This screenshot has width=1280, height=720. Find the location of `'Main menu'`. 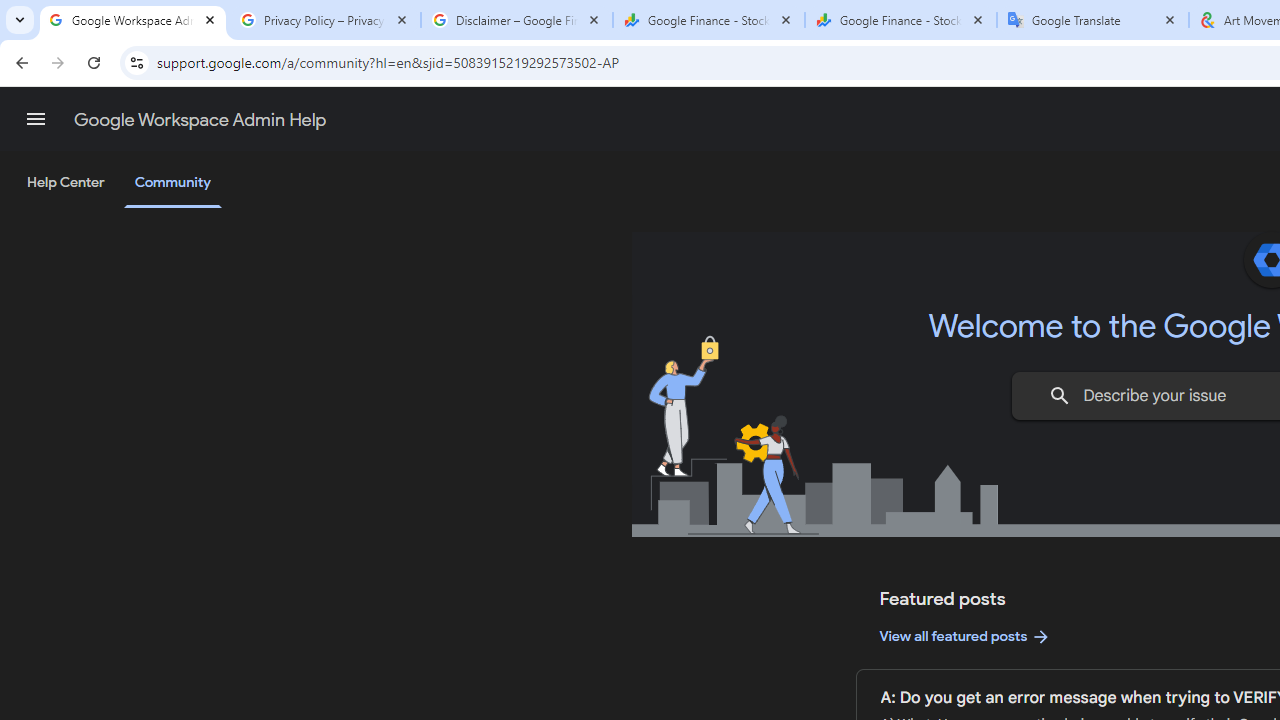

'Main menu' is located at coordinates (35, 119).